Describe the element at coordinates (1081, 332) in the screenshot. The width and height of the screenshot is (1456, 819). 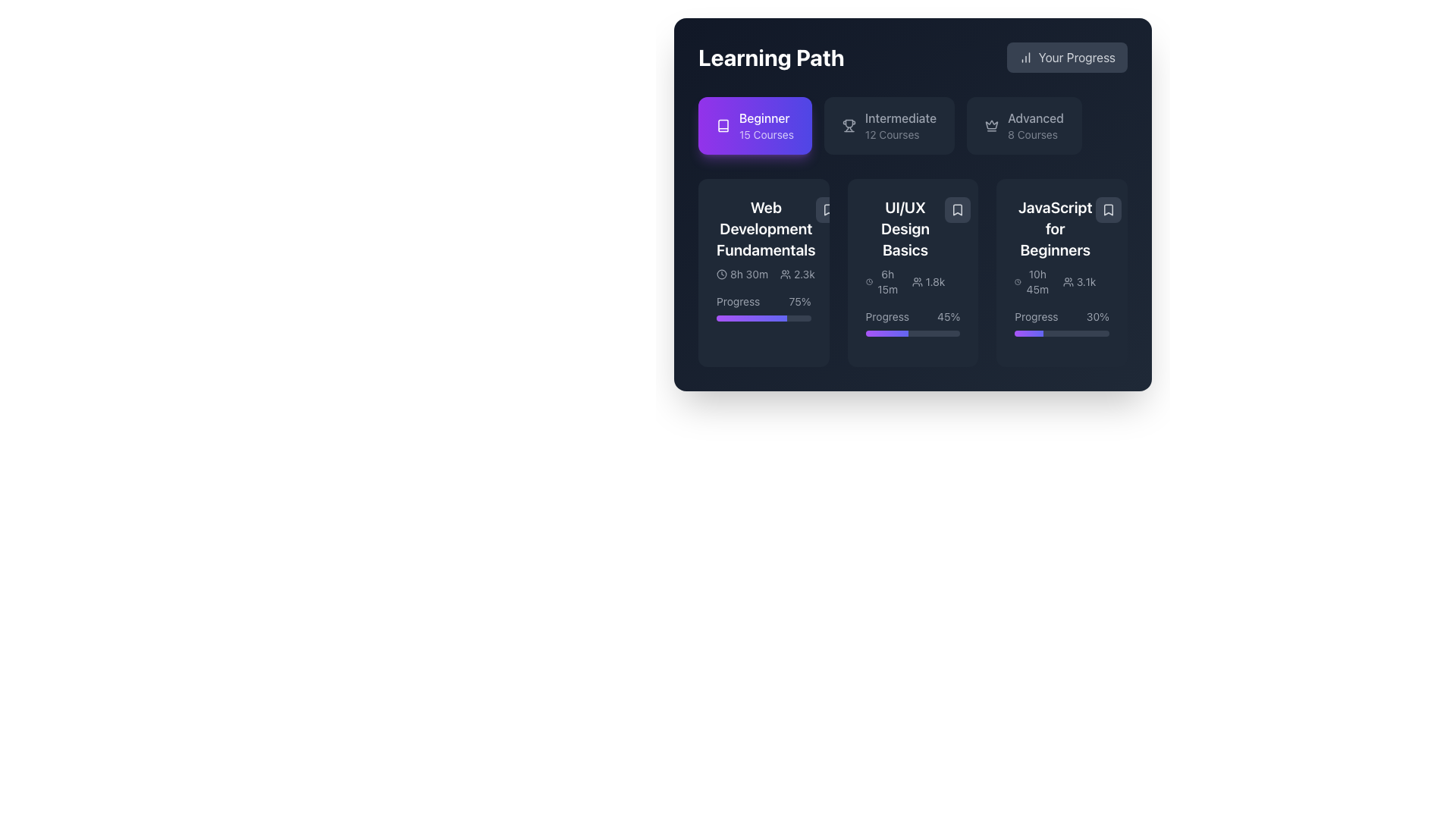
I see `the progress value` at that location.